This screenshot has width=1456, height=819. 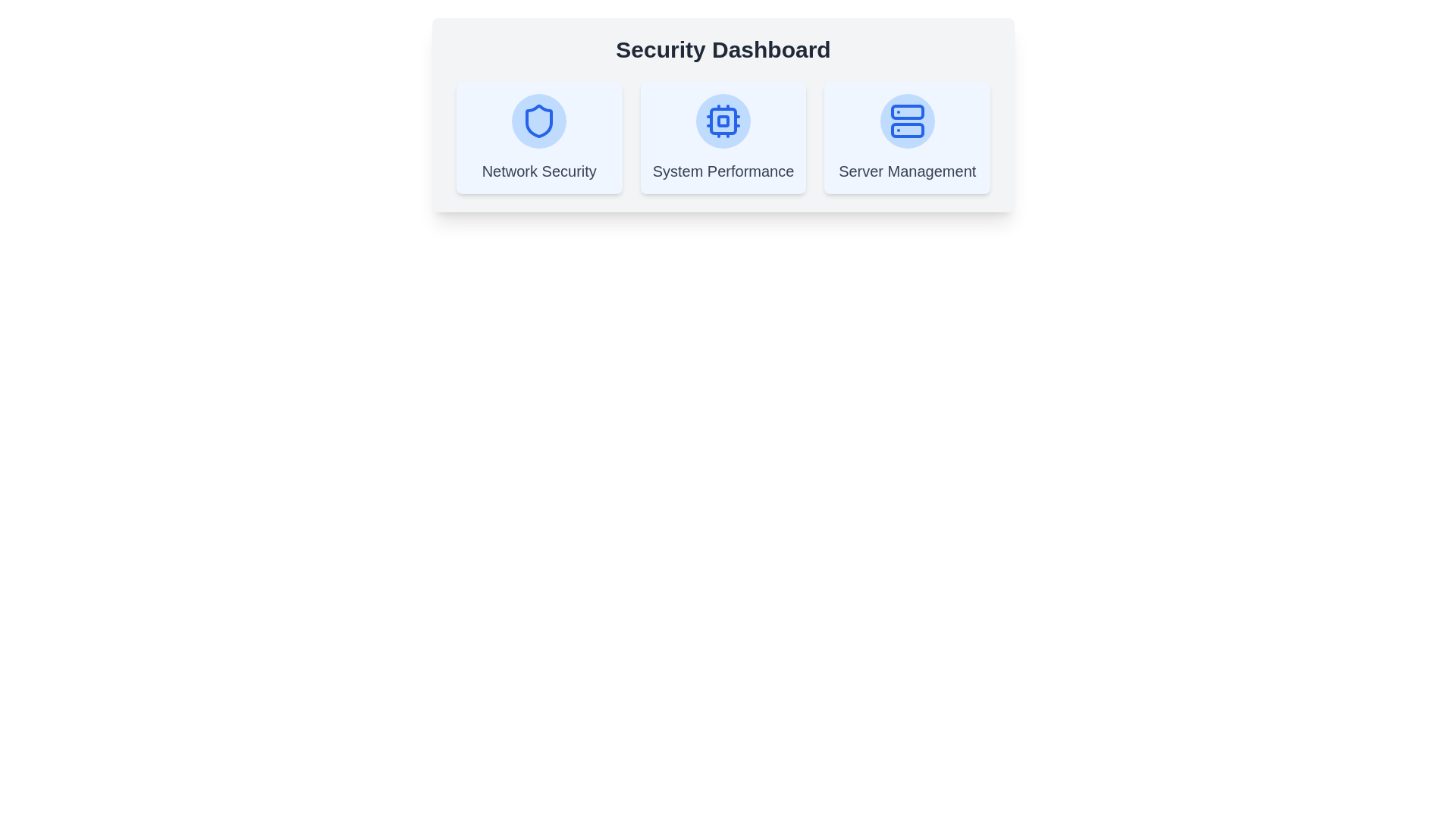 What do you see at coordinates (907, 137) in the screenshot?
I see `the 'Server Management' card` at bounding box center [907, 137].